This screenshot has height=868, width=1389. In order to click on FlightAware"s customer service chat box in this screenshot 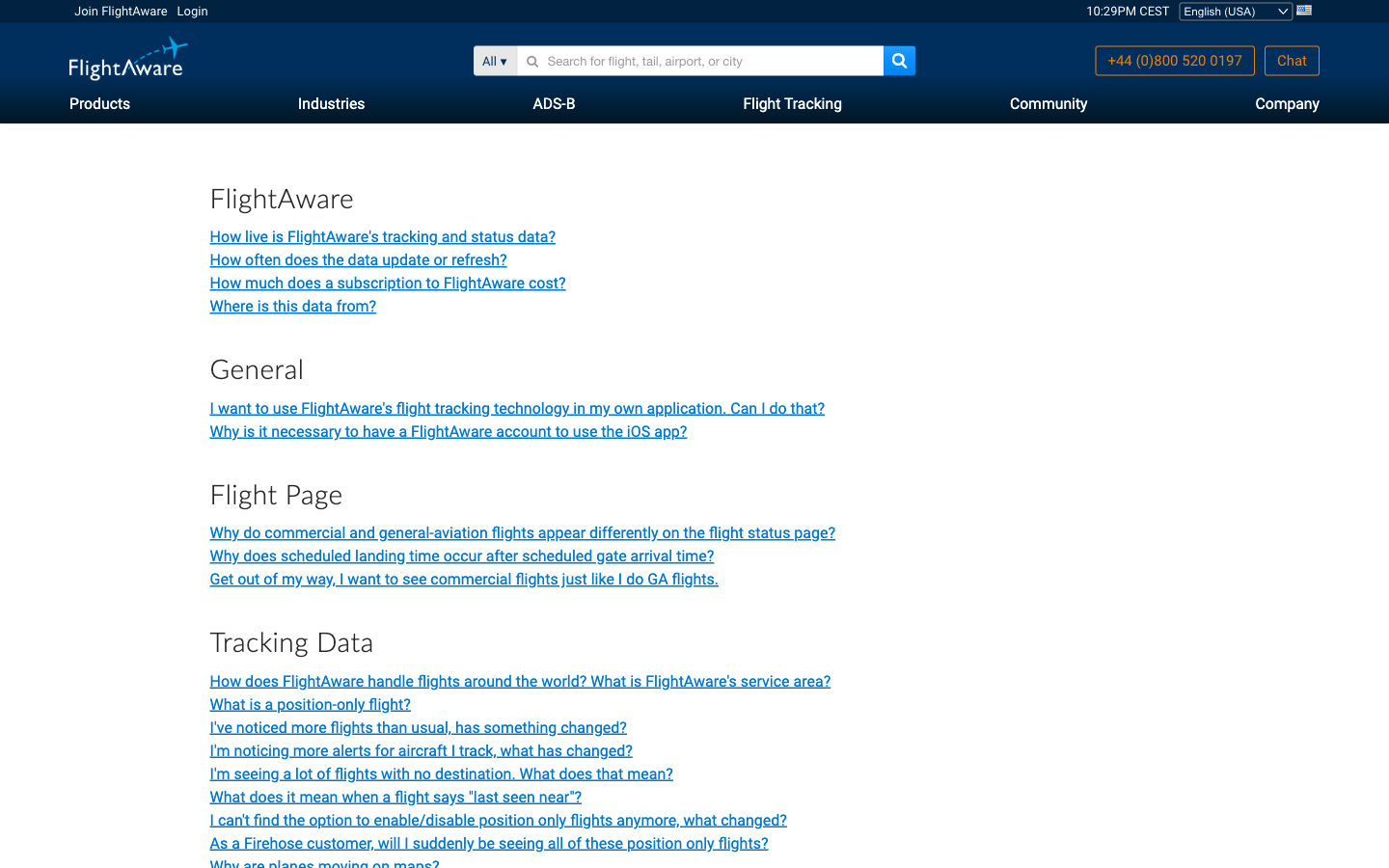, I will do `click(1291, 60)`.